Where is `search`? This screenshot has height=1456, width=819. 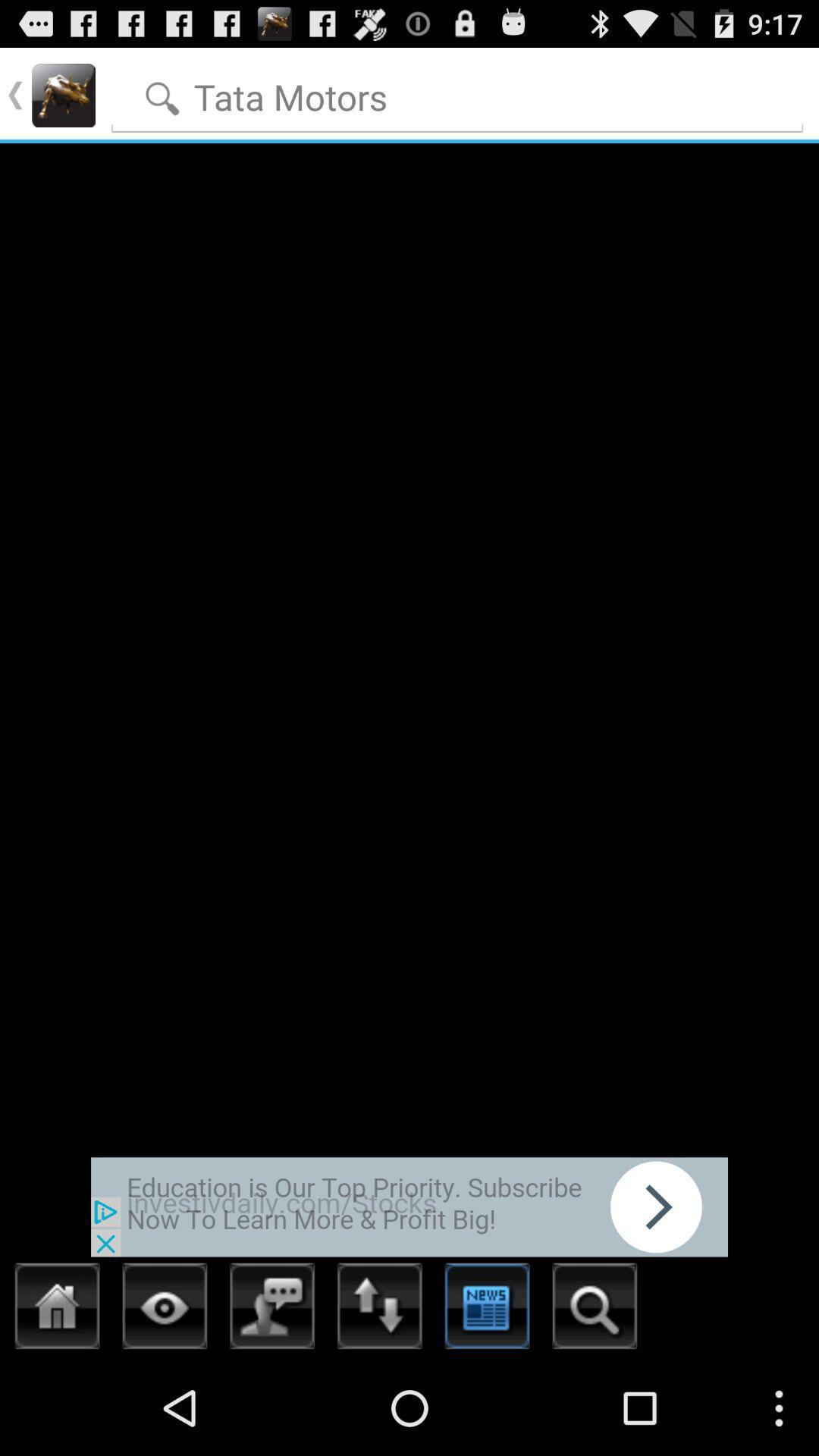 search is located at coordinates (457, 93).